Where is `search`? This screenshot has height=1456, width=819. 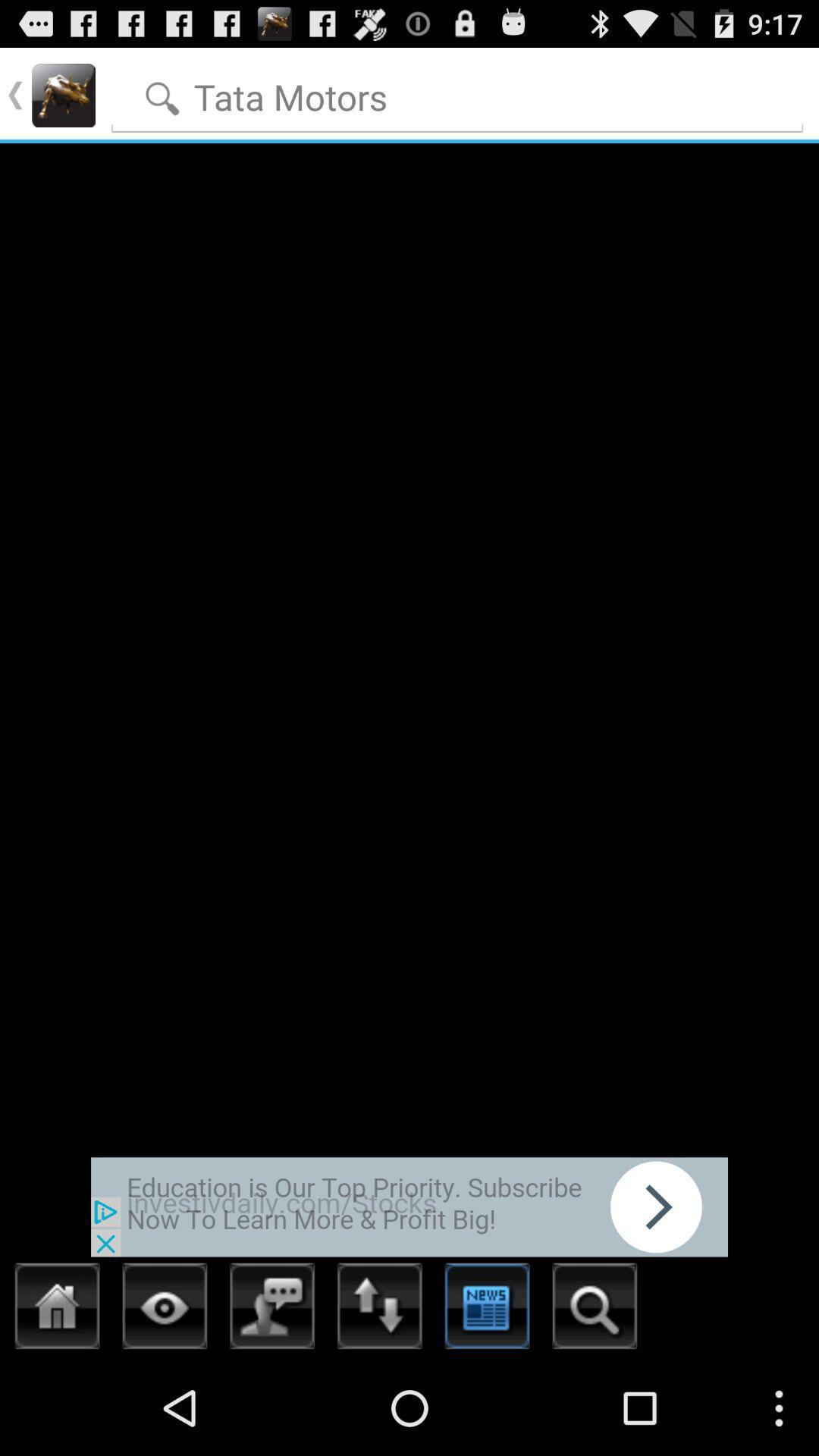 search is located at coordinates (457, 93).